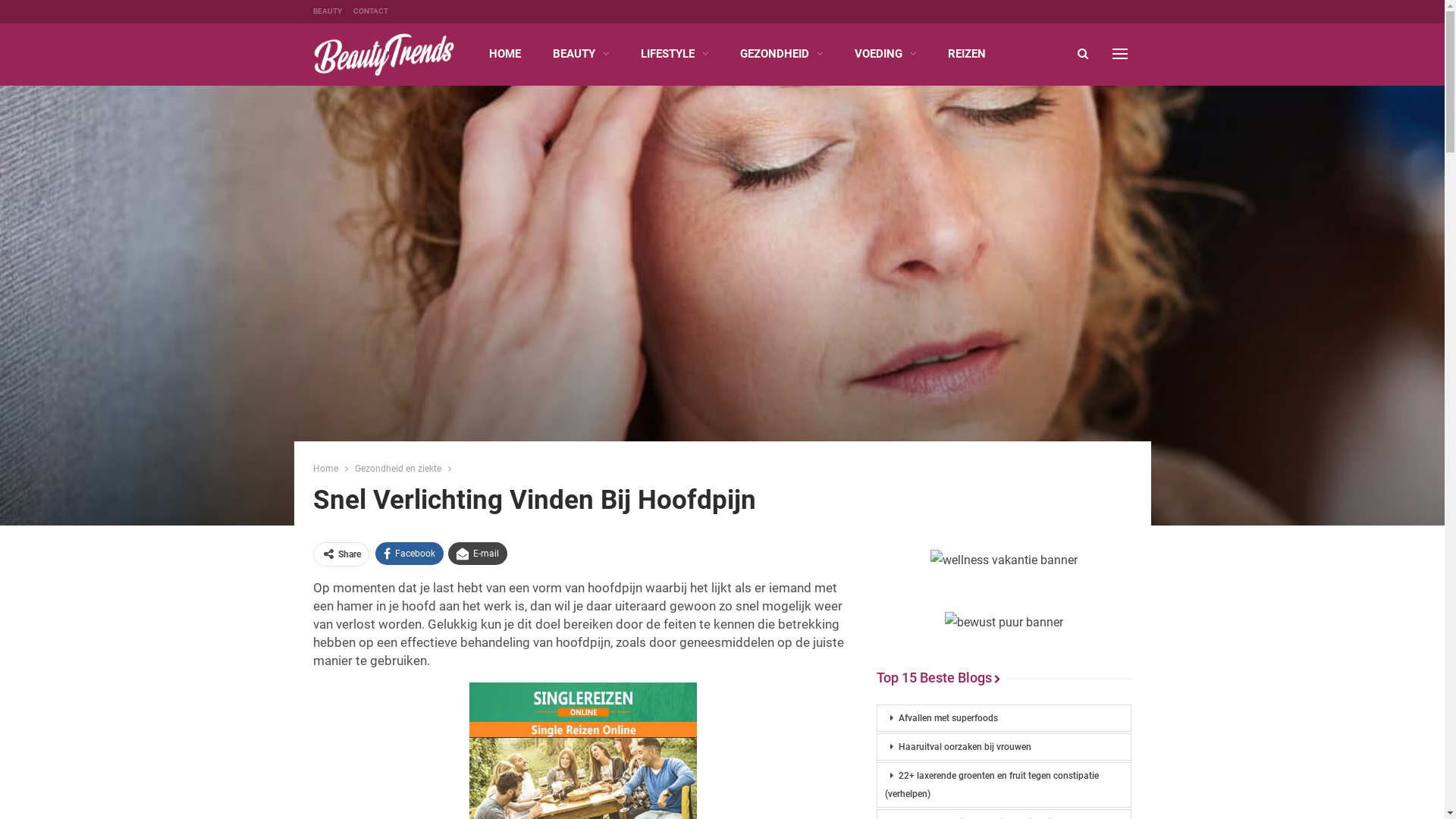  Describe the element at coordinates (371, 11) in the screenshot. I see `'CONTACT'` at that location.